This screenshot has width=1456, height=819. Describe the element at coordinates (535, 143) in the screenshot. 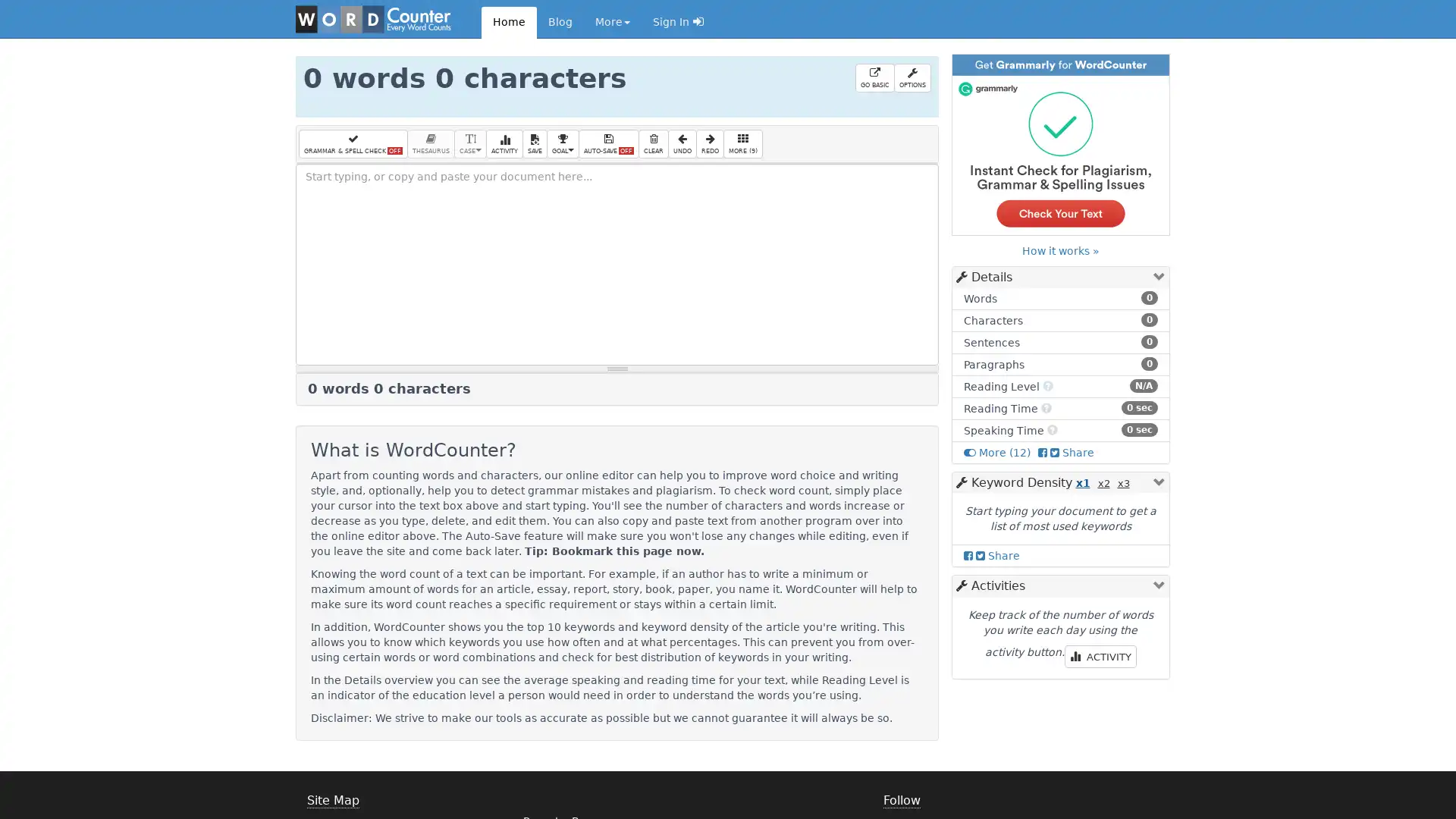

I see `SAVE` at that location.